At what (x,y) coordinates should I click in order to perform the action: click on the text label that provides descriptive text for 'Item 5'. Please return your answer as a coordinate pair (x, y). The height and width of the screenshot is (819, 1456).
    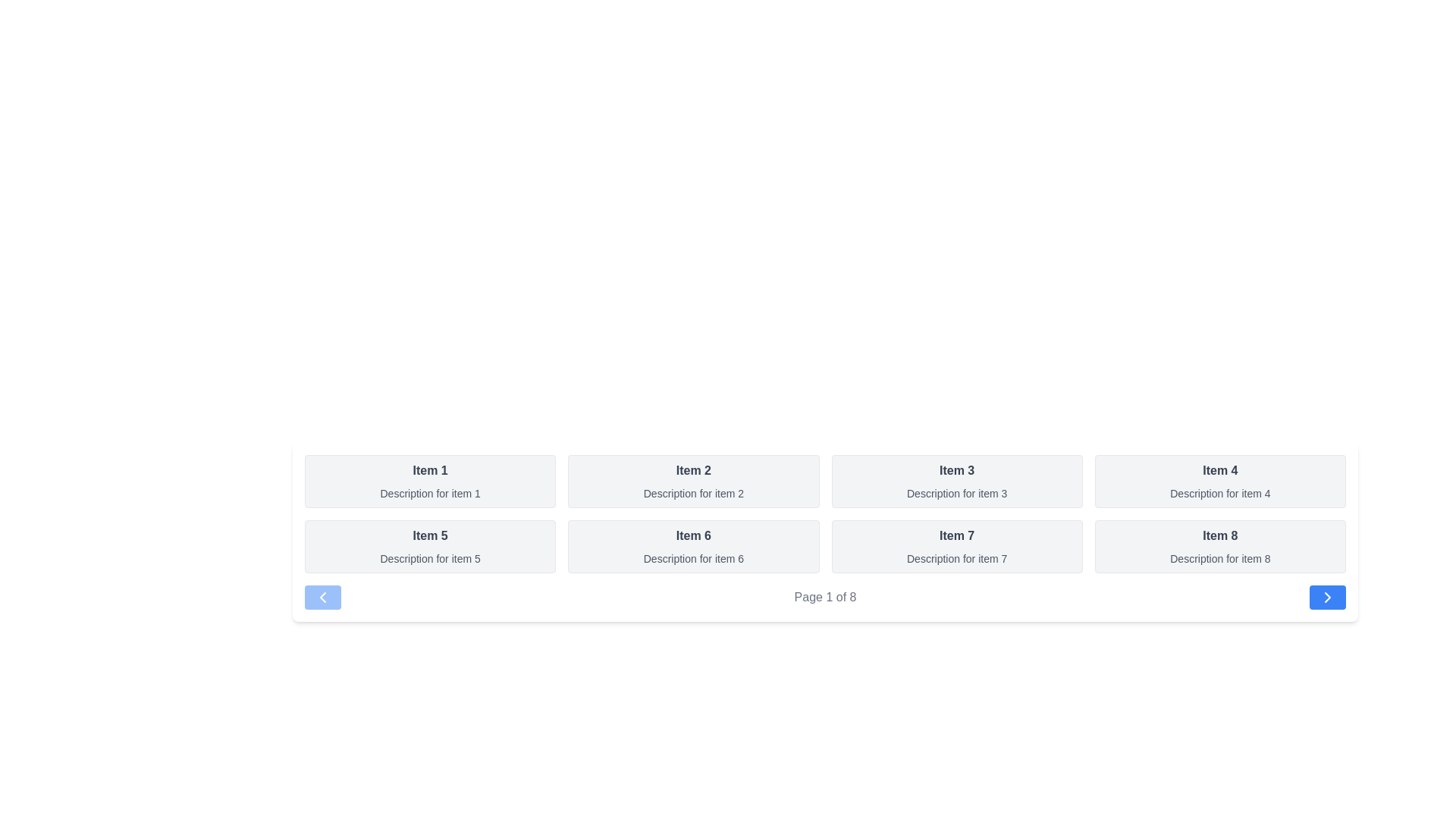
    Looking at the image, I should click on (429, 558).